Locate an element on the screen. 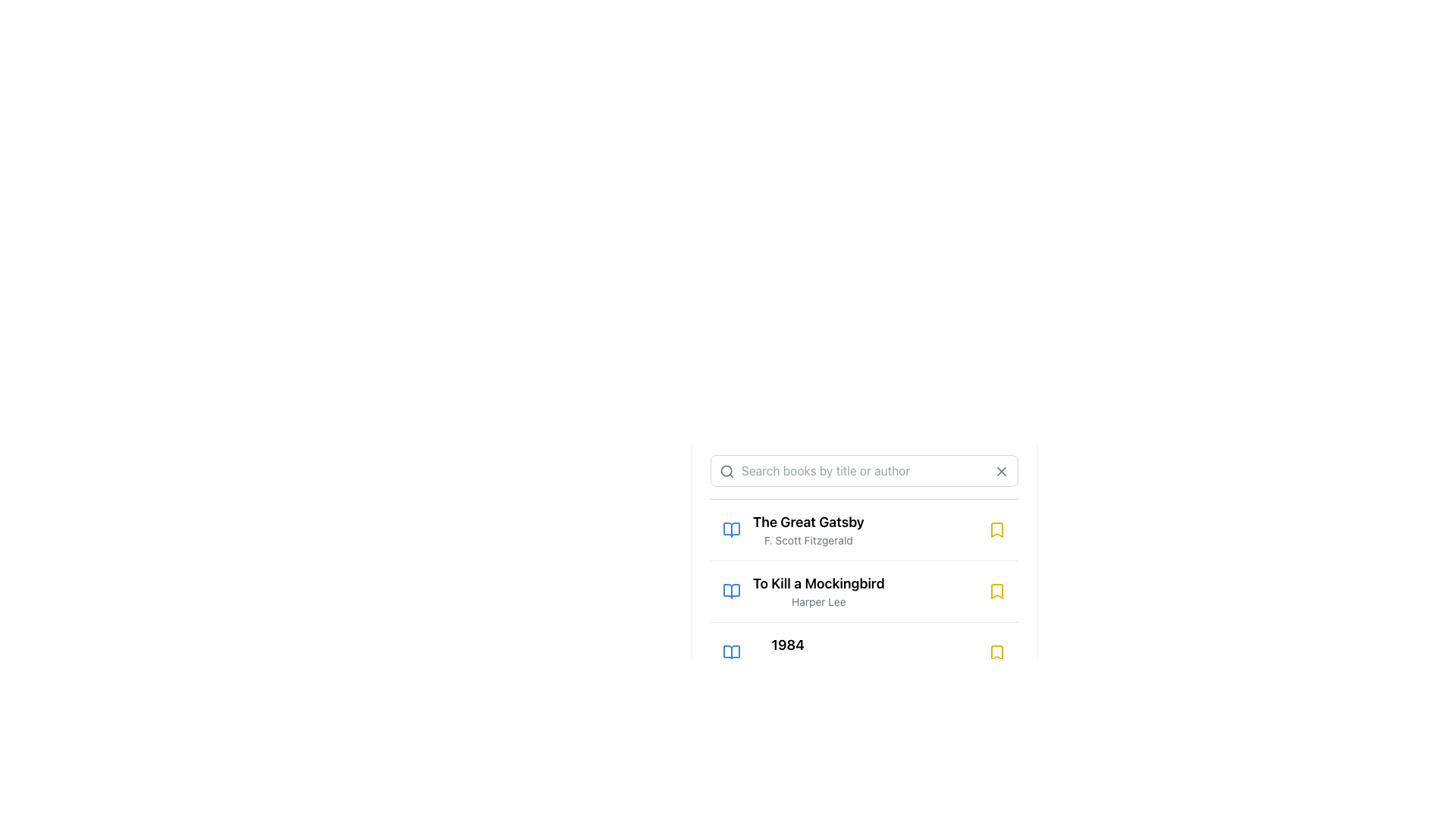  the button featuring a diagonal cross (X shape) in muted gray, located in the top-right corner of the search input field is located at coordinates (1001, 470).